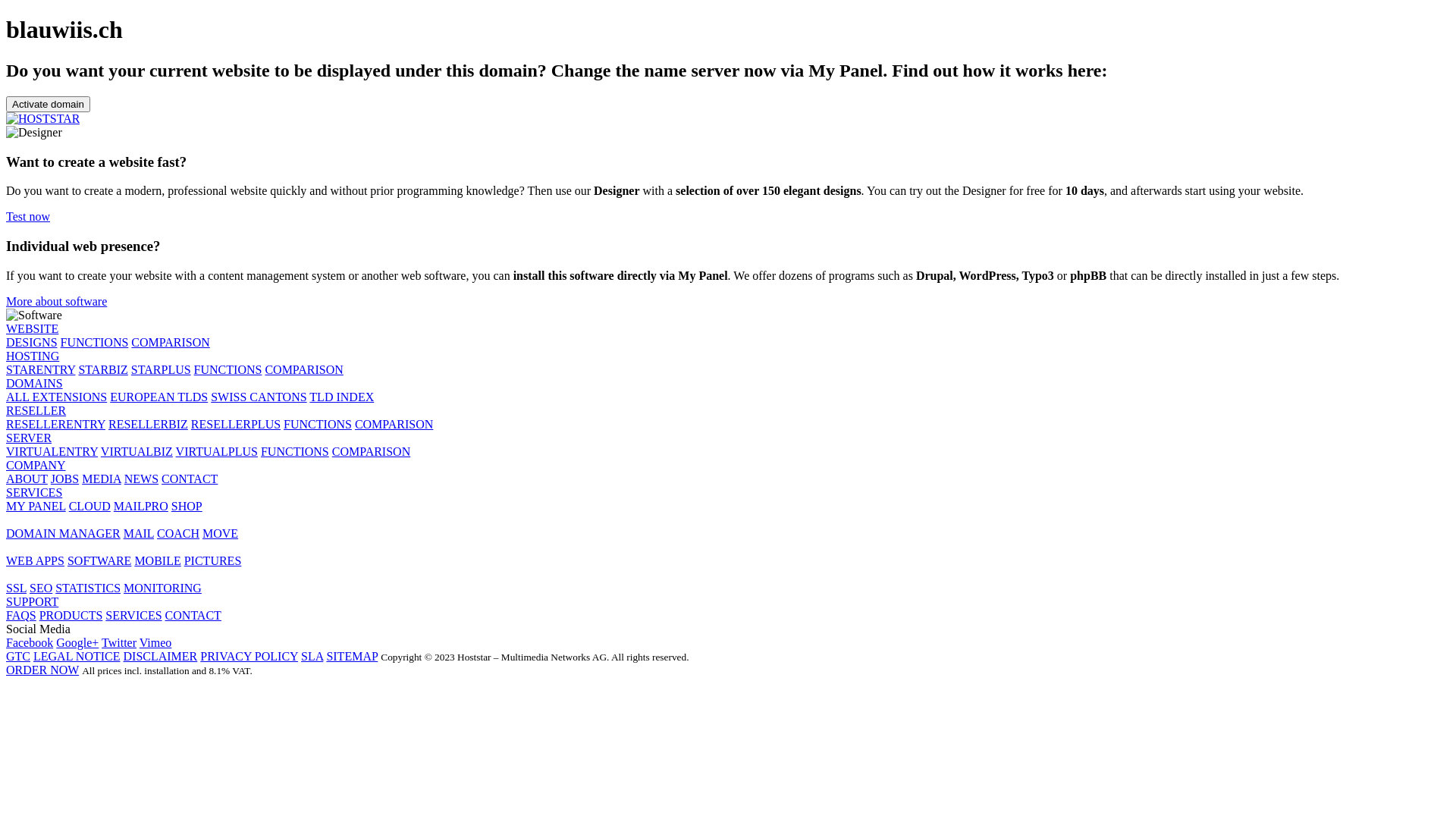  Describe the element at coordinates (160, 655) in the screenshot. I see `'DISCLAIMER'` at that location.